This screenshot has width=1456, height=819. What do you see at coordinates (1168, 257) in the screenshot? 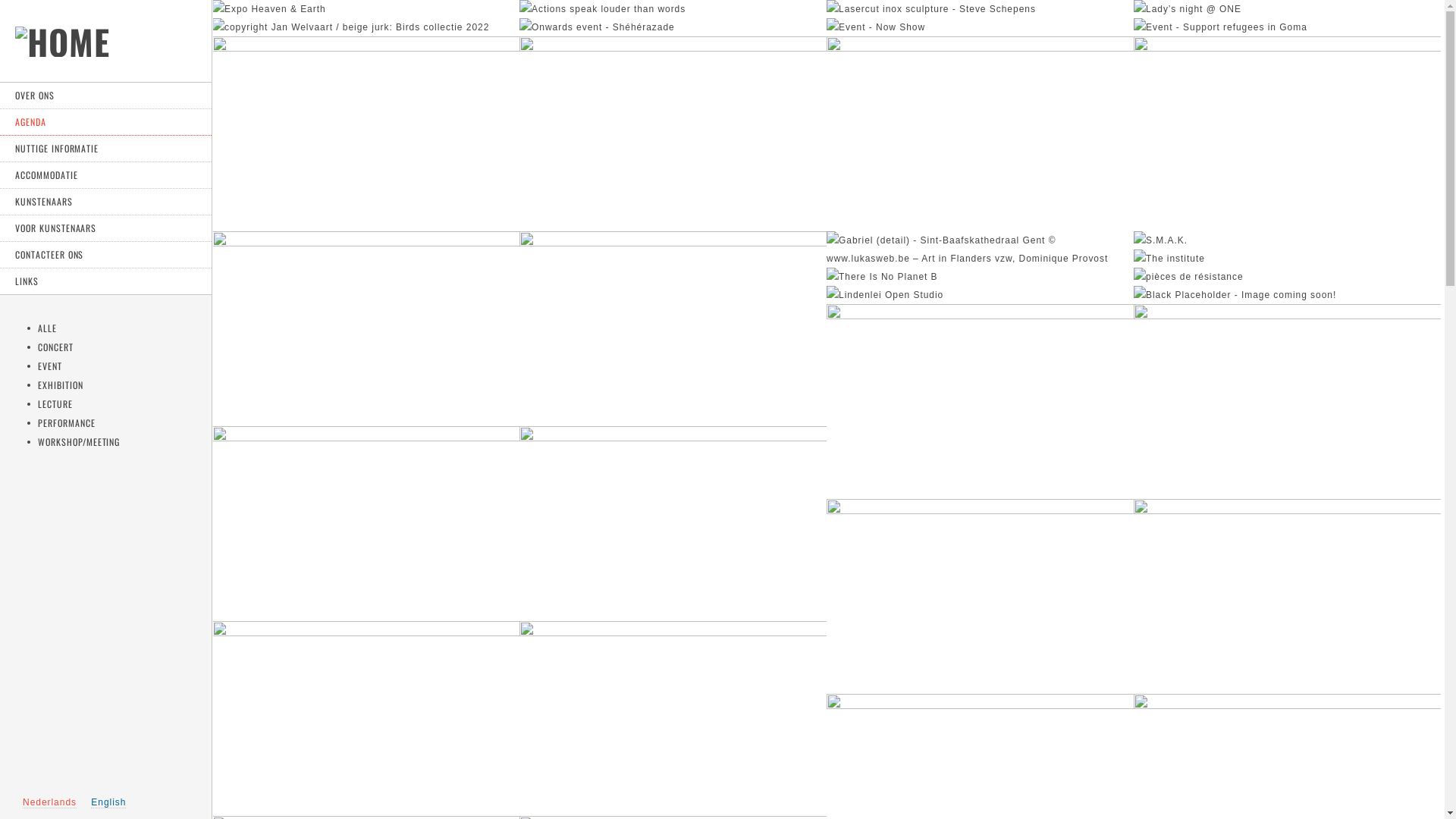
I see `'The institute'` at bounding box center [1168, 257].